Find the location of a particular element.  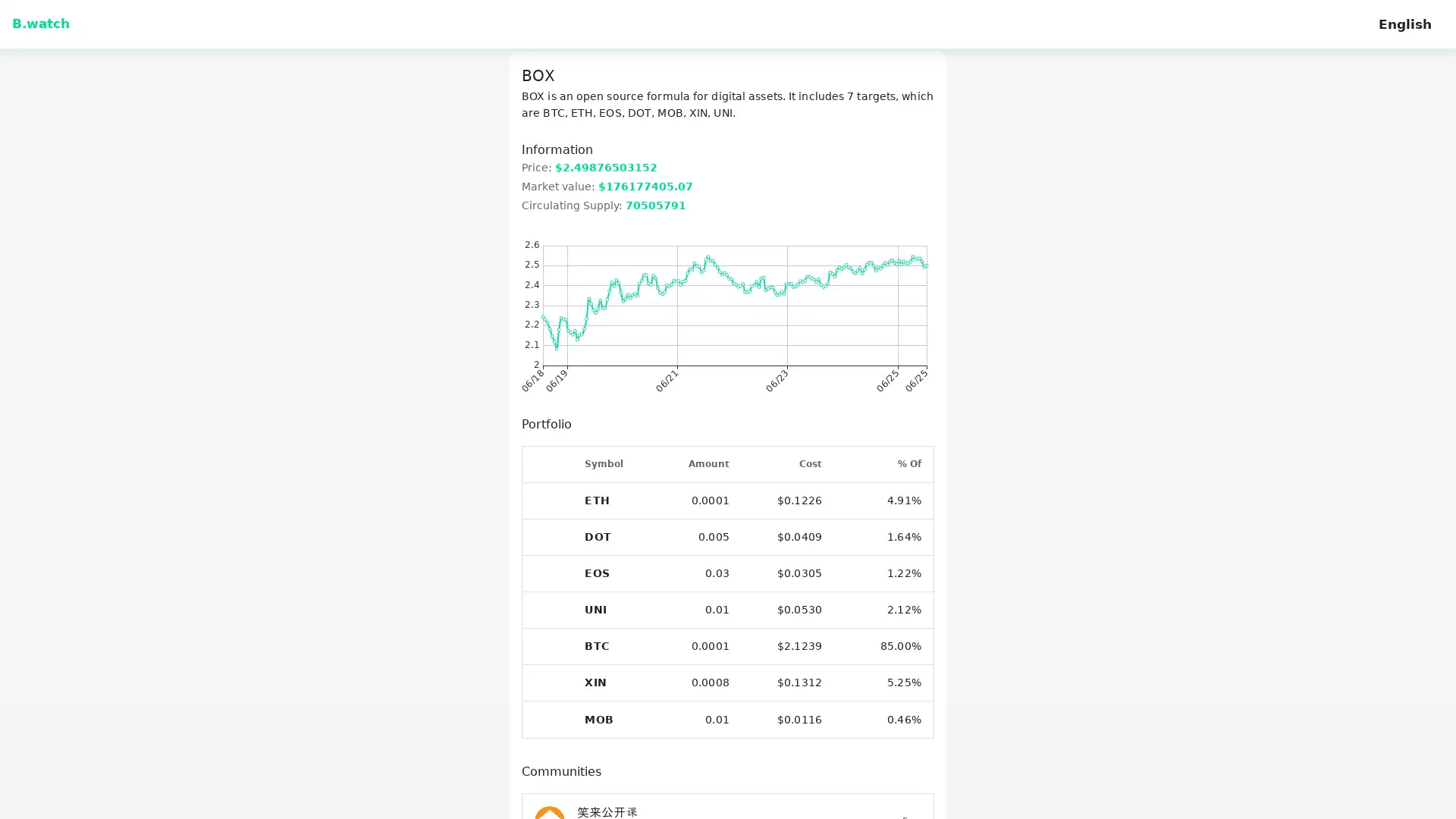

English is located at coordinates (1404, 24).